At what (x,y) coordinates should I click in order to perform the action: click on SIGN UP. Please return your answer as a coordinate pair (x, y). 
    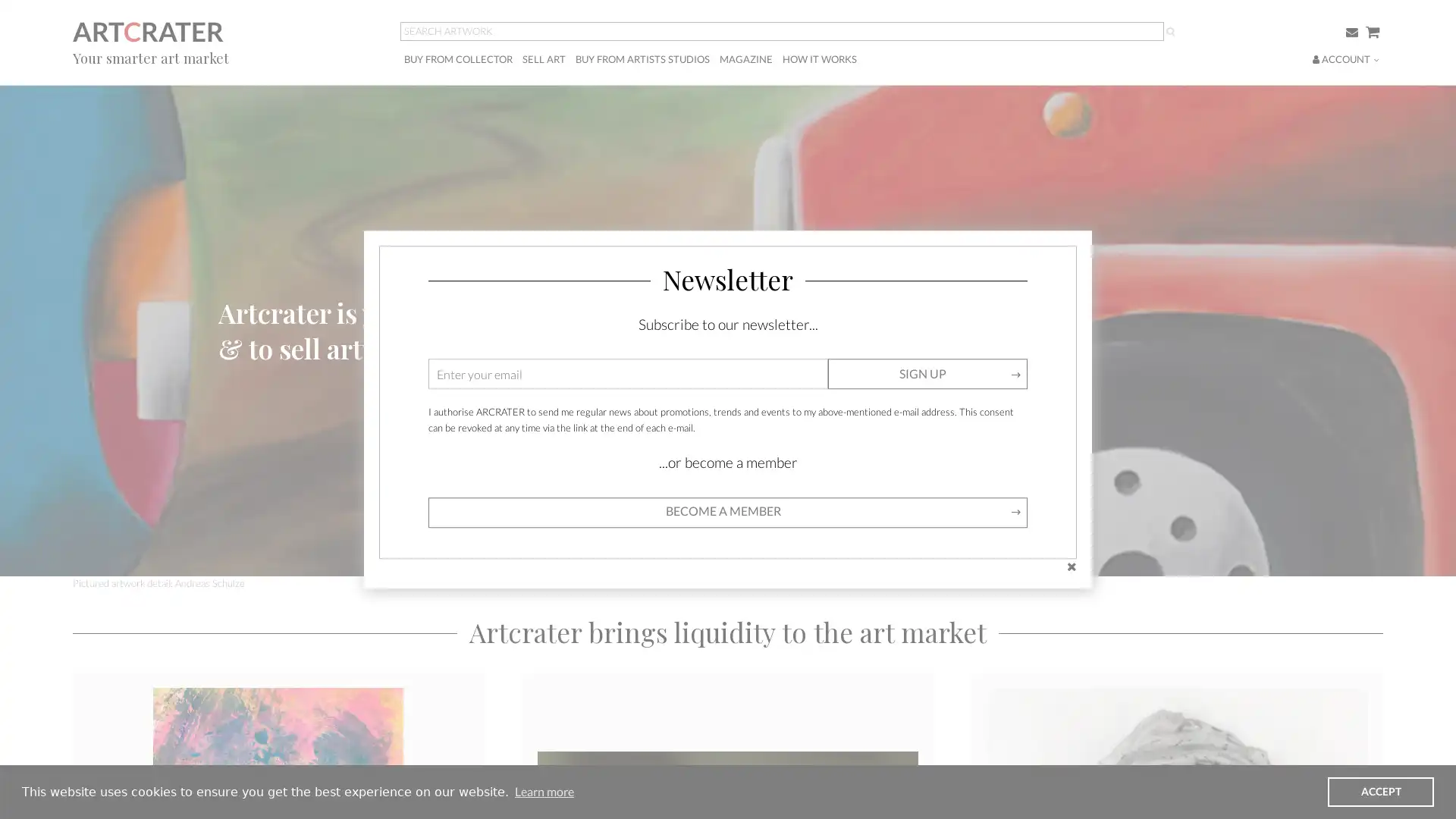
    Looking at the image, I should click on (927, 374).